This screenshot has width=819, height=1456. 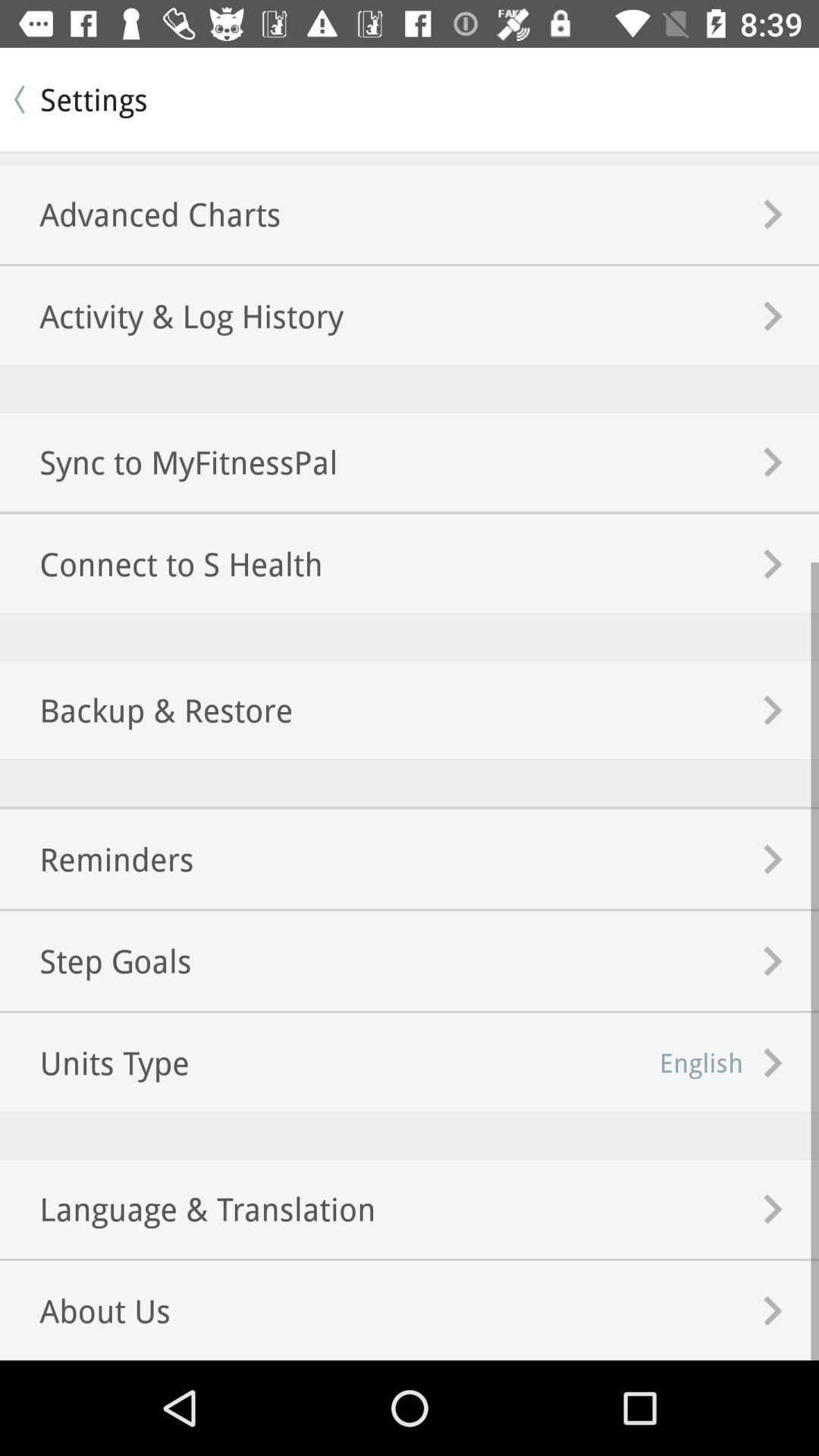 I want to click on the icon below the sync to myfitnesspal icon, so click(x=161, y=563).